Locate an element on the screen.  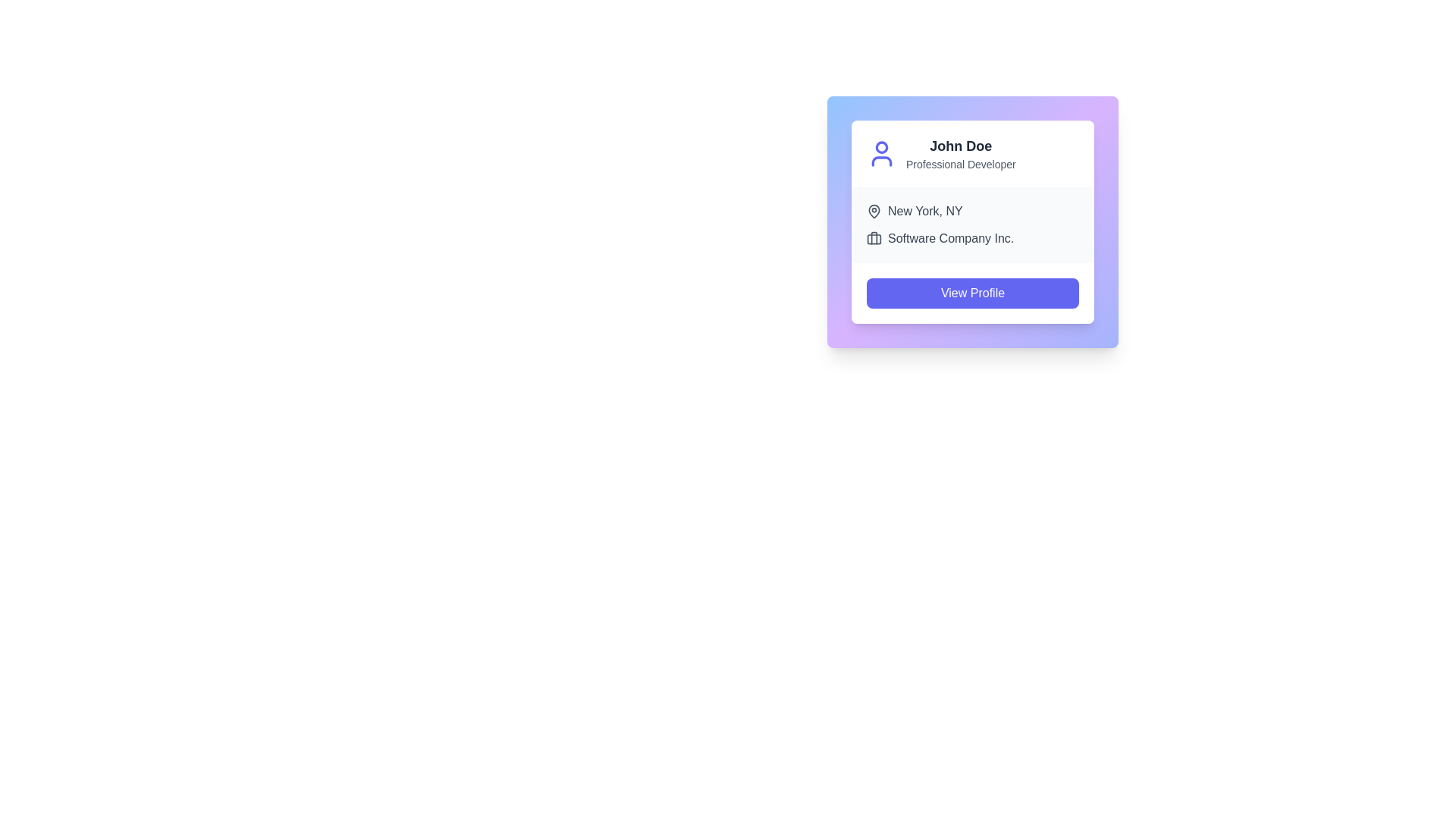
the text display element that shows 'John Doe' and 'Professional Developer' in the top-right segment of the user interface is located at coordinates (960, 154).